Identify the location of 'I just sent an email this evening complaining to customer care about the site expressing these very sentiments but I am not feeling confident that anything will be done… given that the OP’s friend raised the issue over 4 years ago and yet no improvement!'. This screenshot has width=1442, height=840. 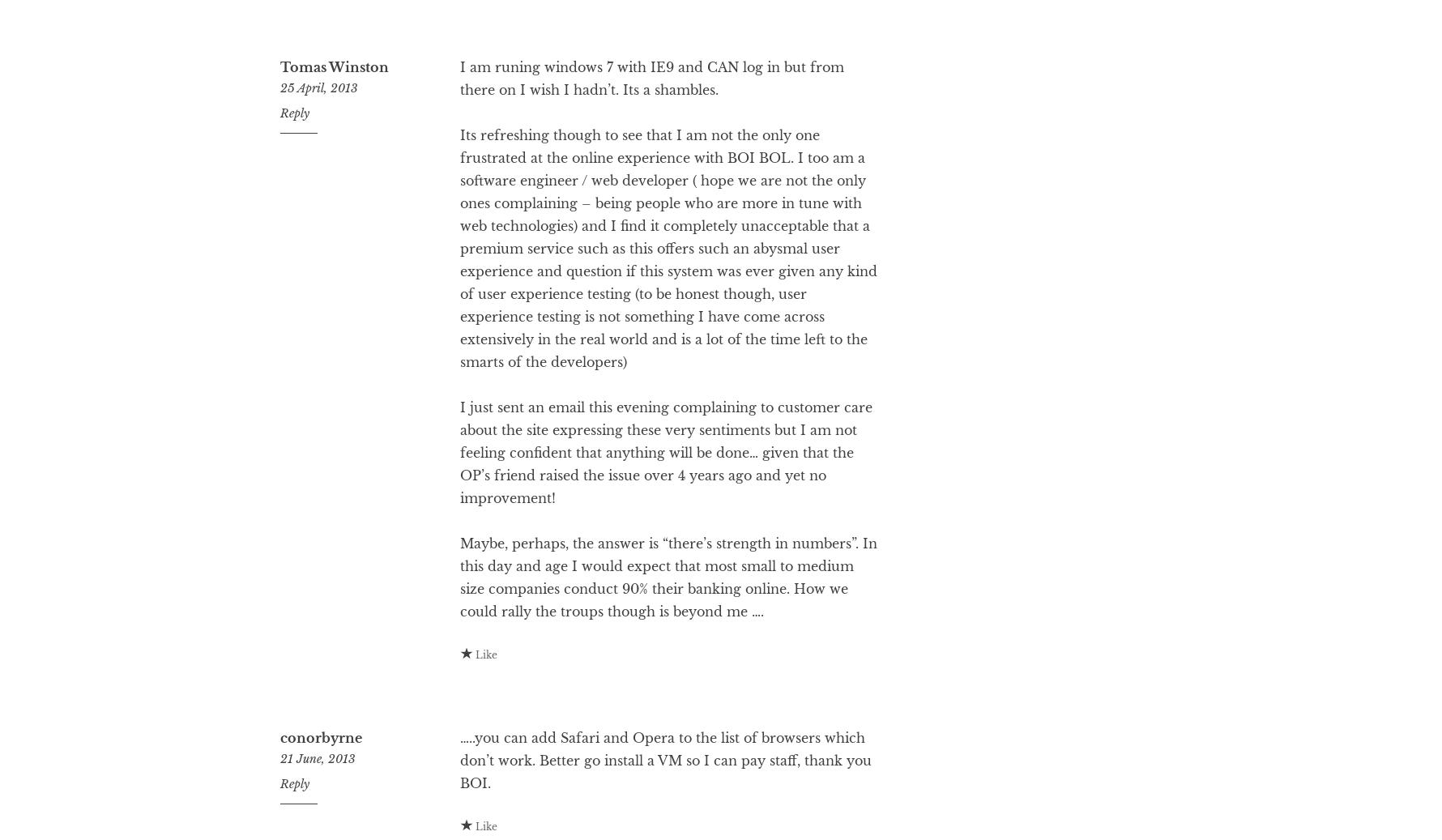
(664, 517).